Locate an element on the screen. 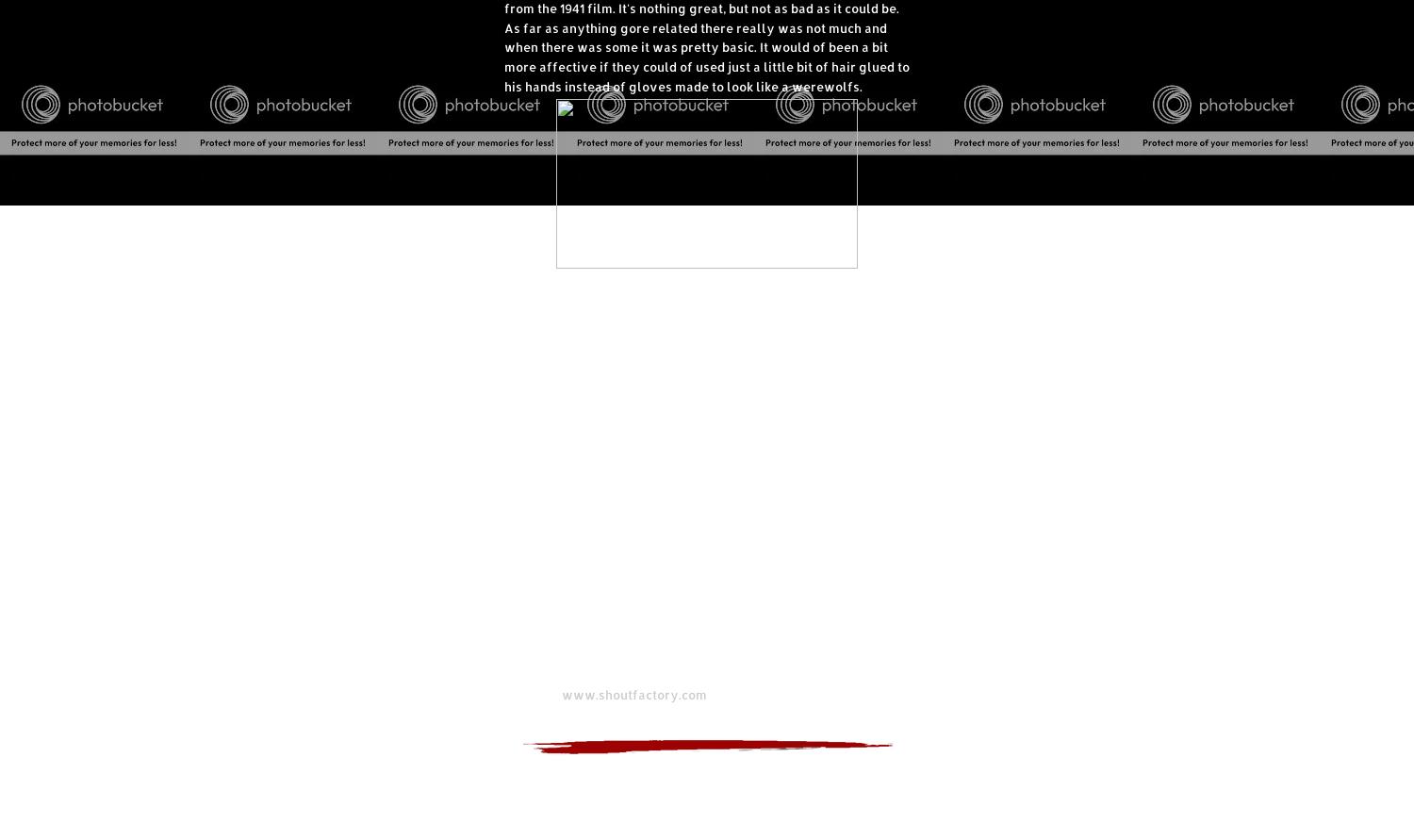 The image size is (1414, 840). 'Region Code: Region A' is located at coordinates (571, 653).